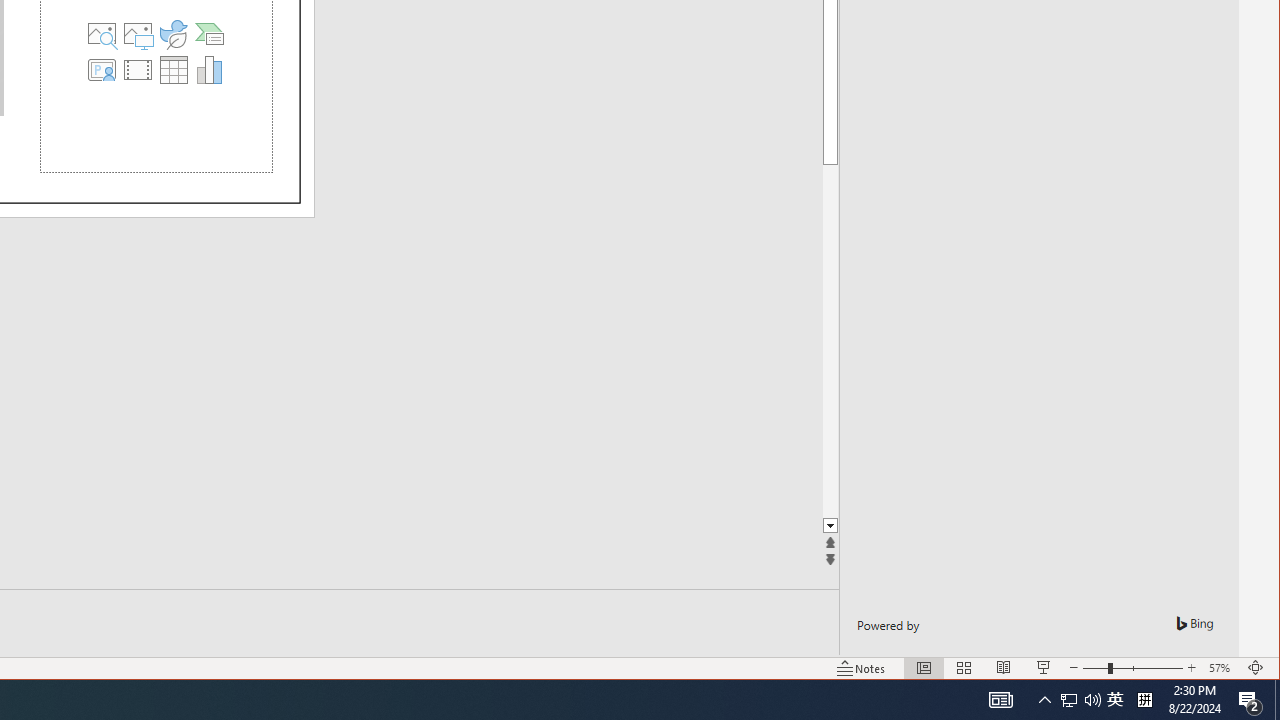  I want to click on 'Zoom 57%', so click(1221, 668).